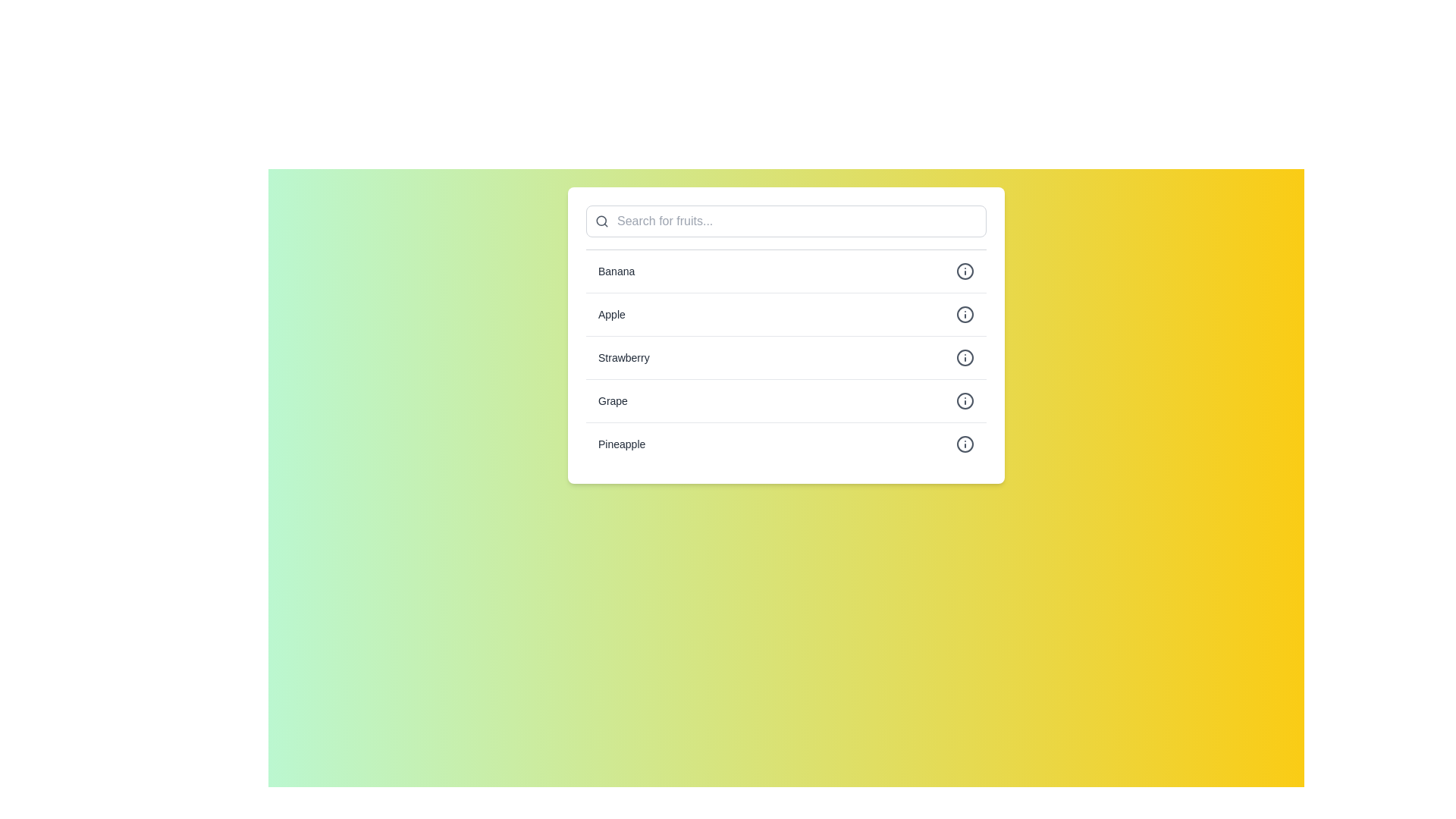 This screenshot has width=1456, height=819. What do you see at coordinates (786, 400) in the screenshot?
I see `the list item row displaying 'Grape'` at bounding box center [786, 400].